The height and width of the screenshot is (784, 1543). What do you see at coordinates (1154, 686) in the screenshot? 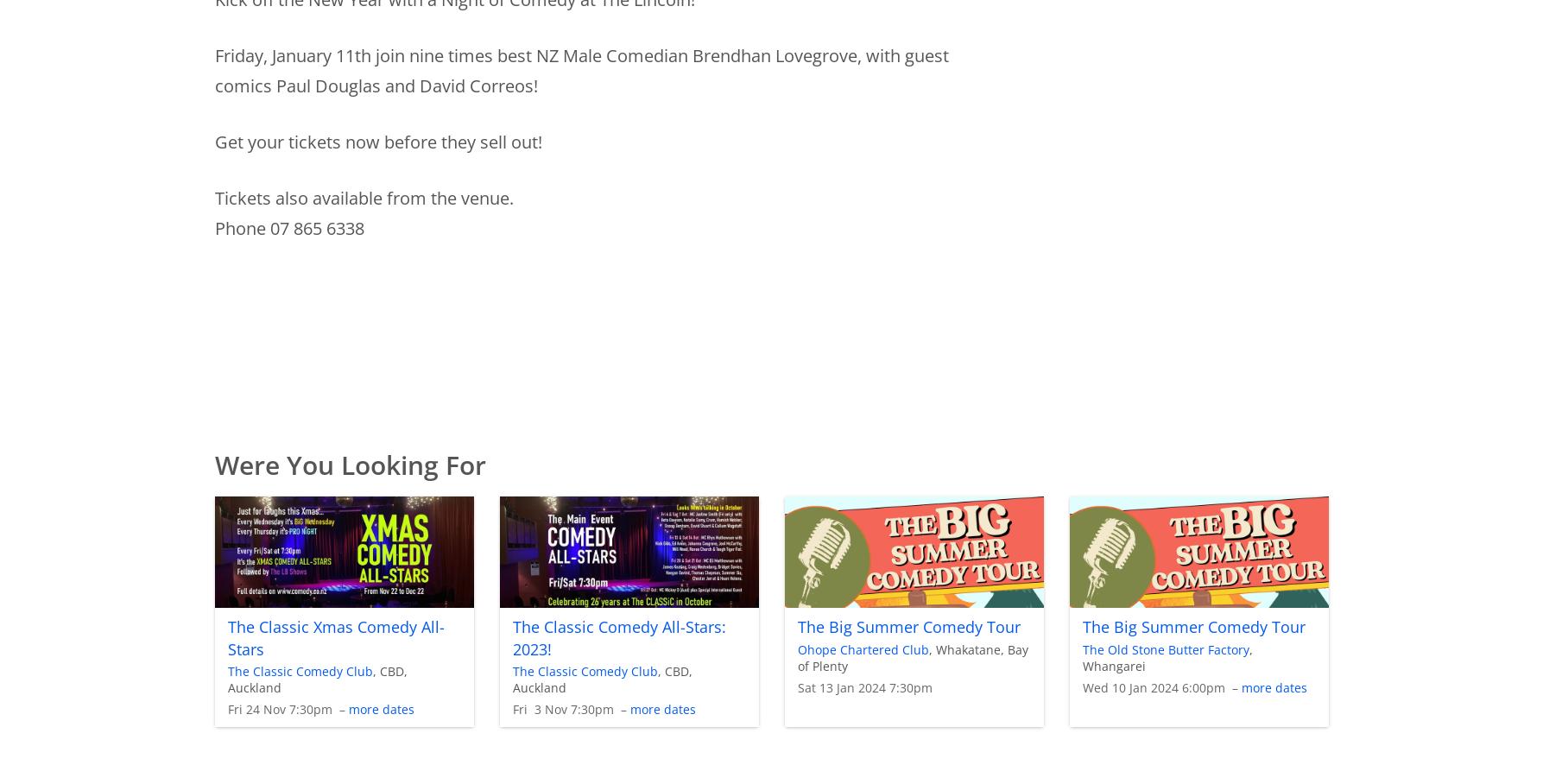
I see `'Wed 10 Jan 2024 6:00pm'` at bounding box center [1154, 686].